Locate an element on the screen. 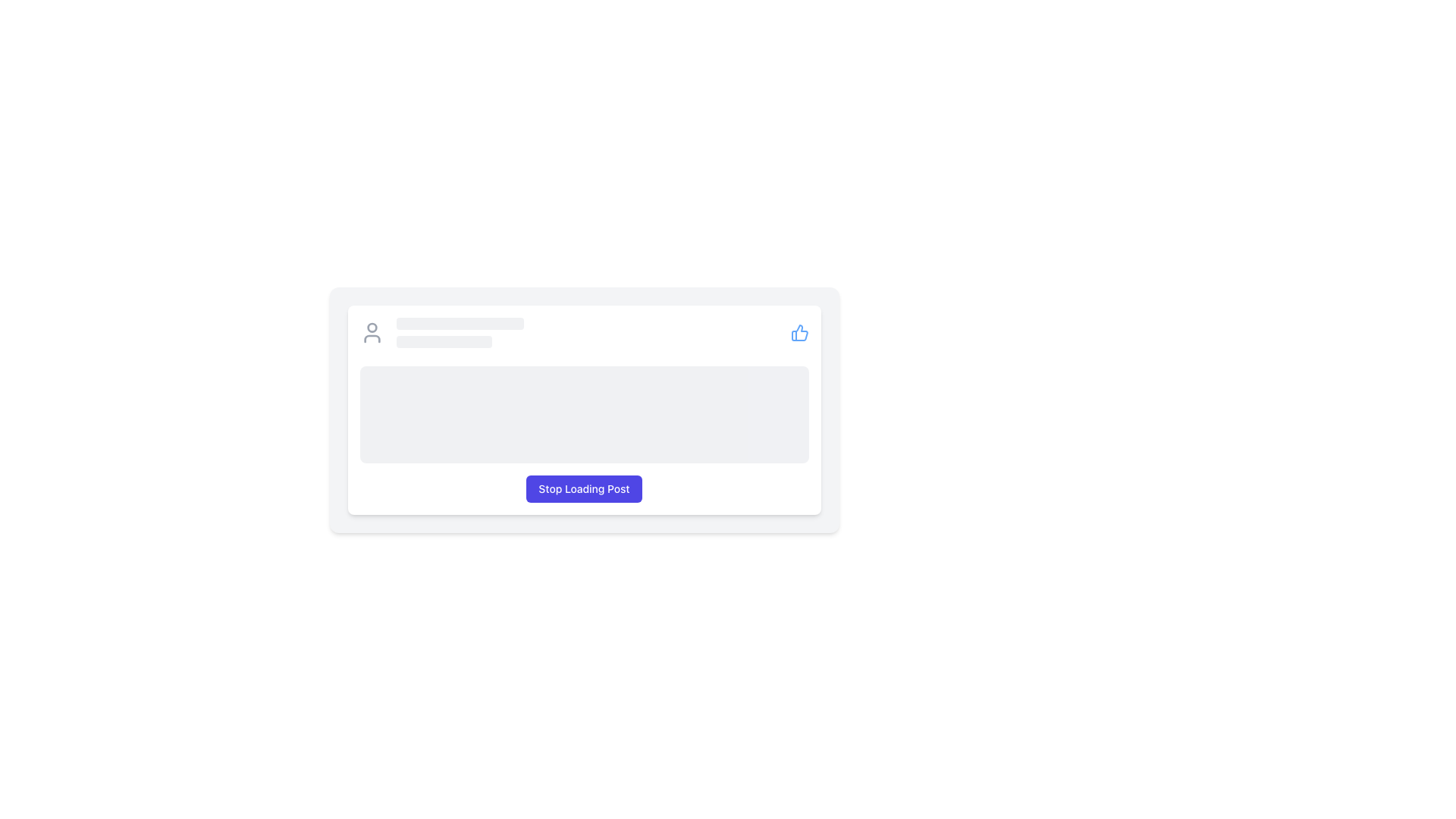 This screenshot has width=1456, height=819. the torso part of the avatar symbol, which is located in the lower part of the circular user avatar representation is located at coordinates (372, 338).